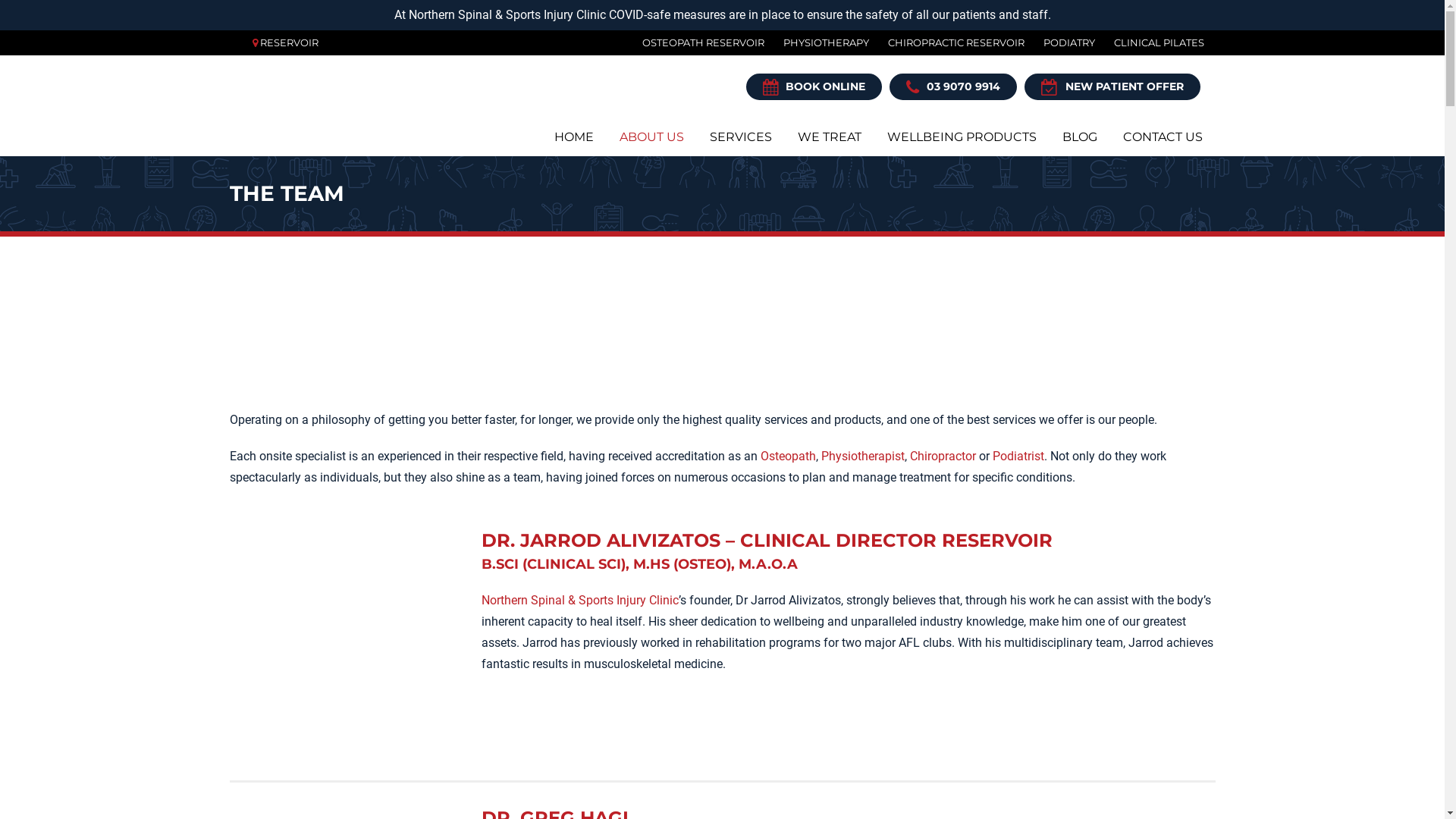 The width and height of the screenshot is (1456, 819). I want to click on 'Northern Spinal & Sports Injury Clinic', so click(579, 599).